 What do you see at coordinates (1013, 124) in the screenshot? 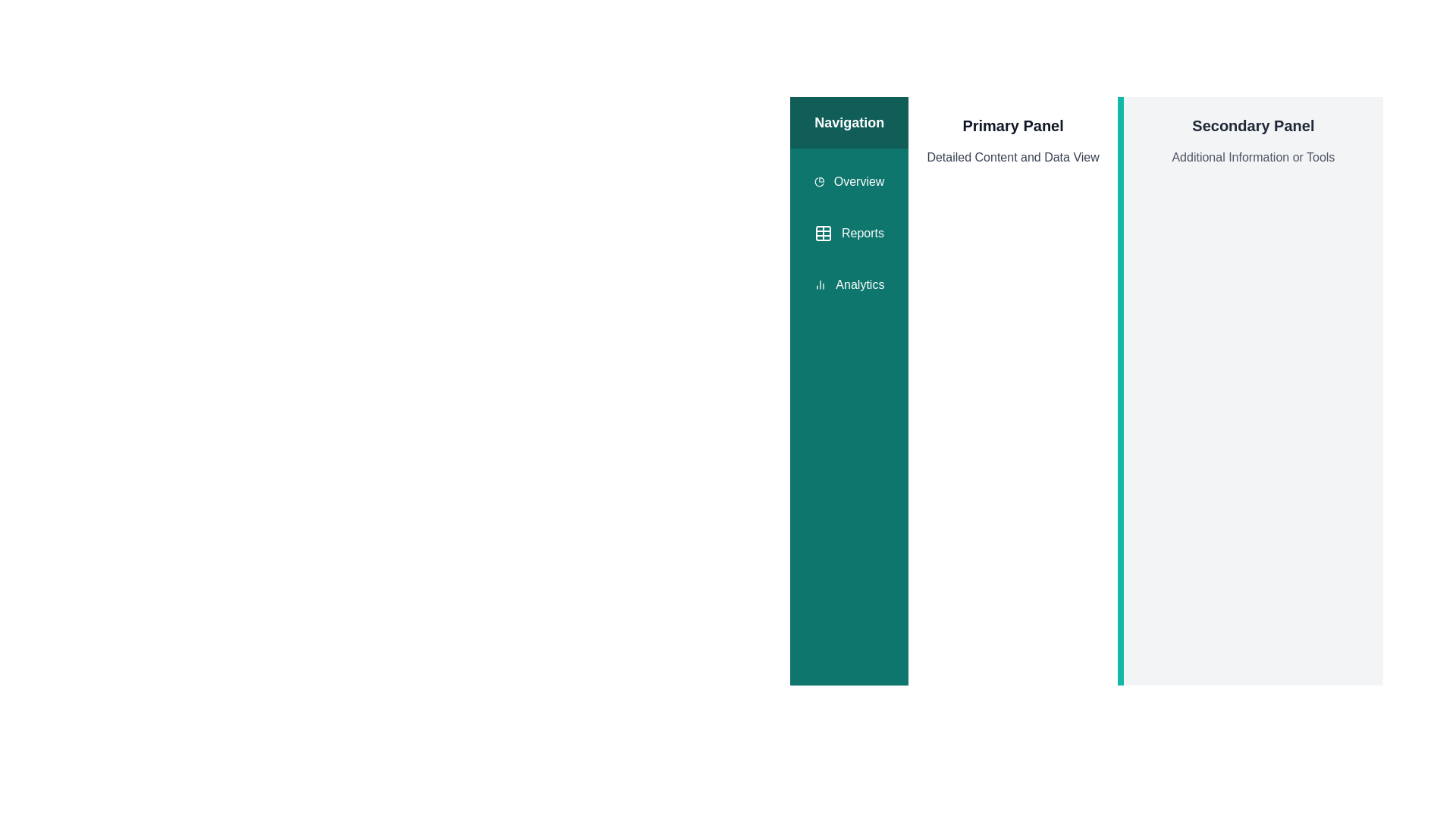
I see `the heading element that serves as the title or main focus of this section, located near the top center of the larger white background section` at bounding box center [1013, 124].